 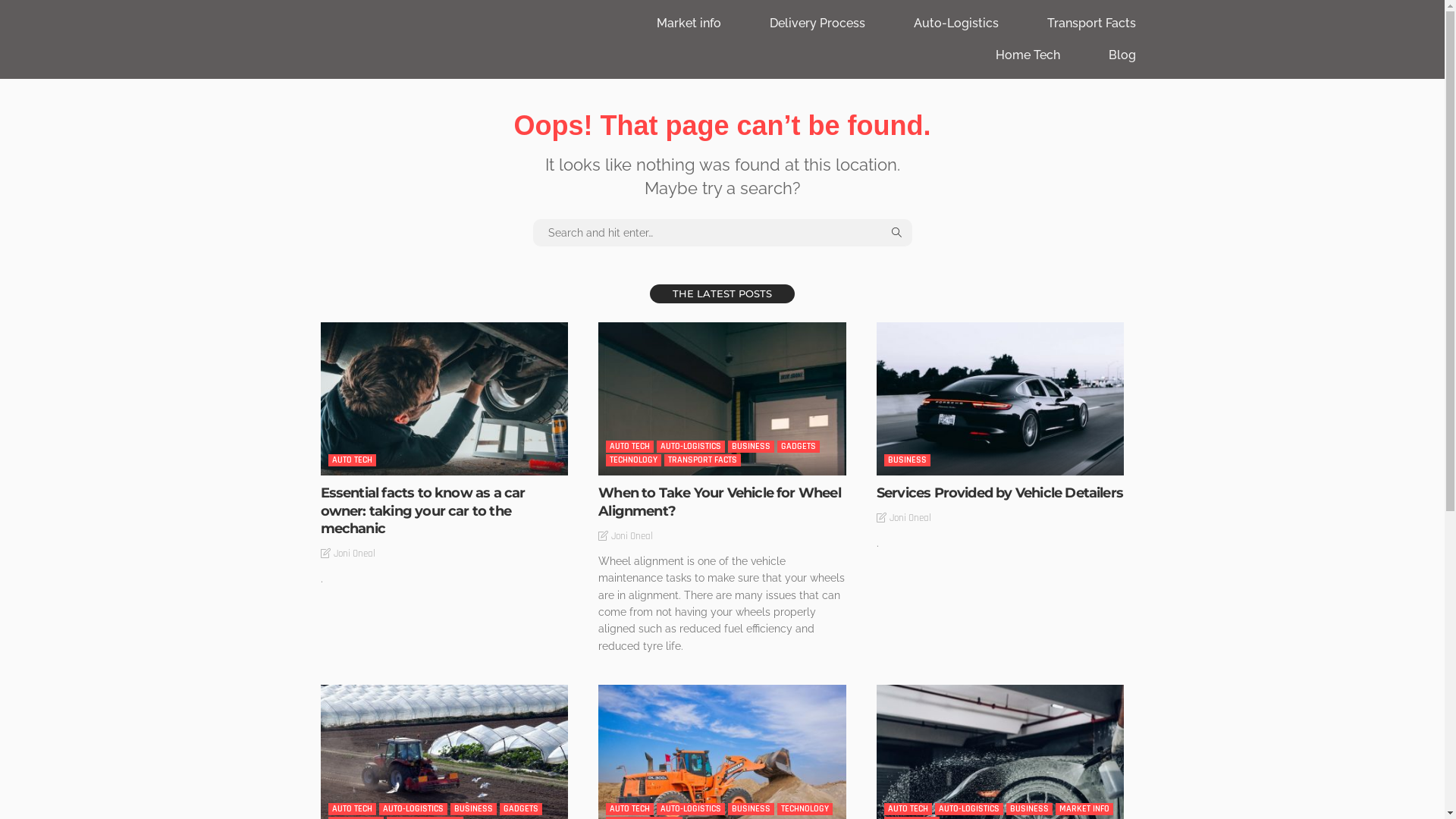 I want to click on 'Transport Facts', so click(x=1023, y=23).